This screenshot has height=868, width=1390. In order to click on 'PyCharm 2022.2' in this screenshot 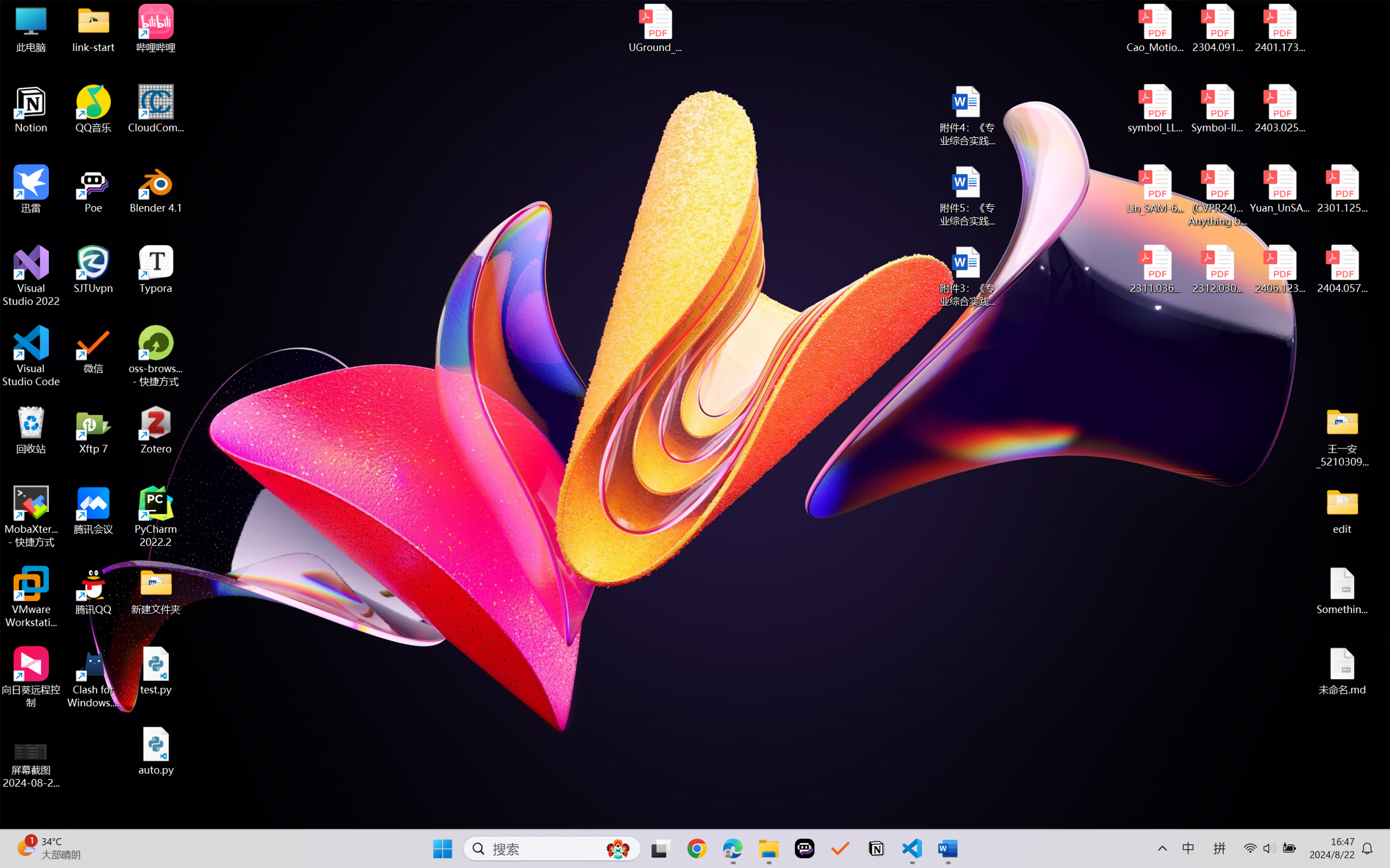, I will do `click(156, 517)`.